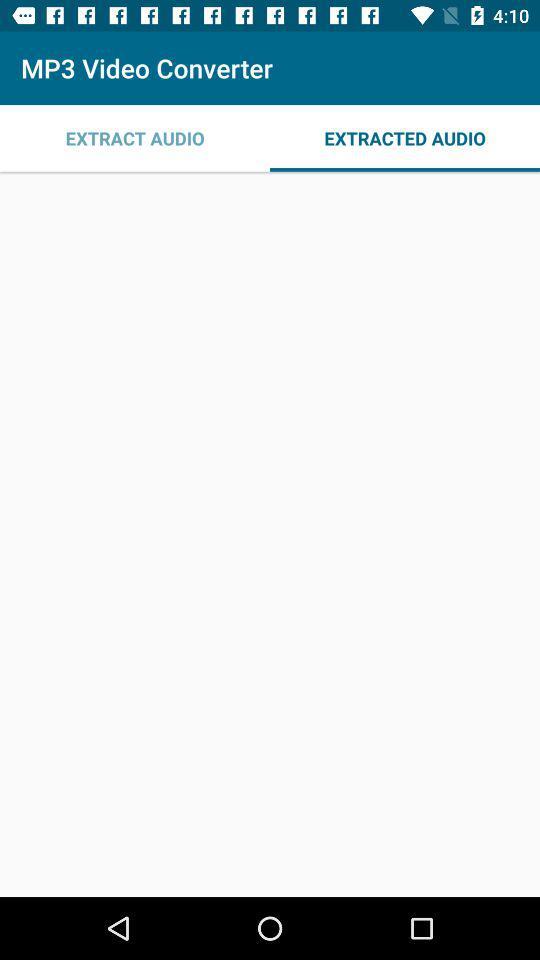  What do you see at coordinates (135, 137) in the screenshot?
I see `the item to the left of extracted audio icon` at bounding box center [135, 137].